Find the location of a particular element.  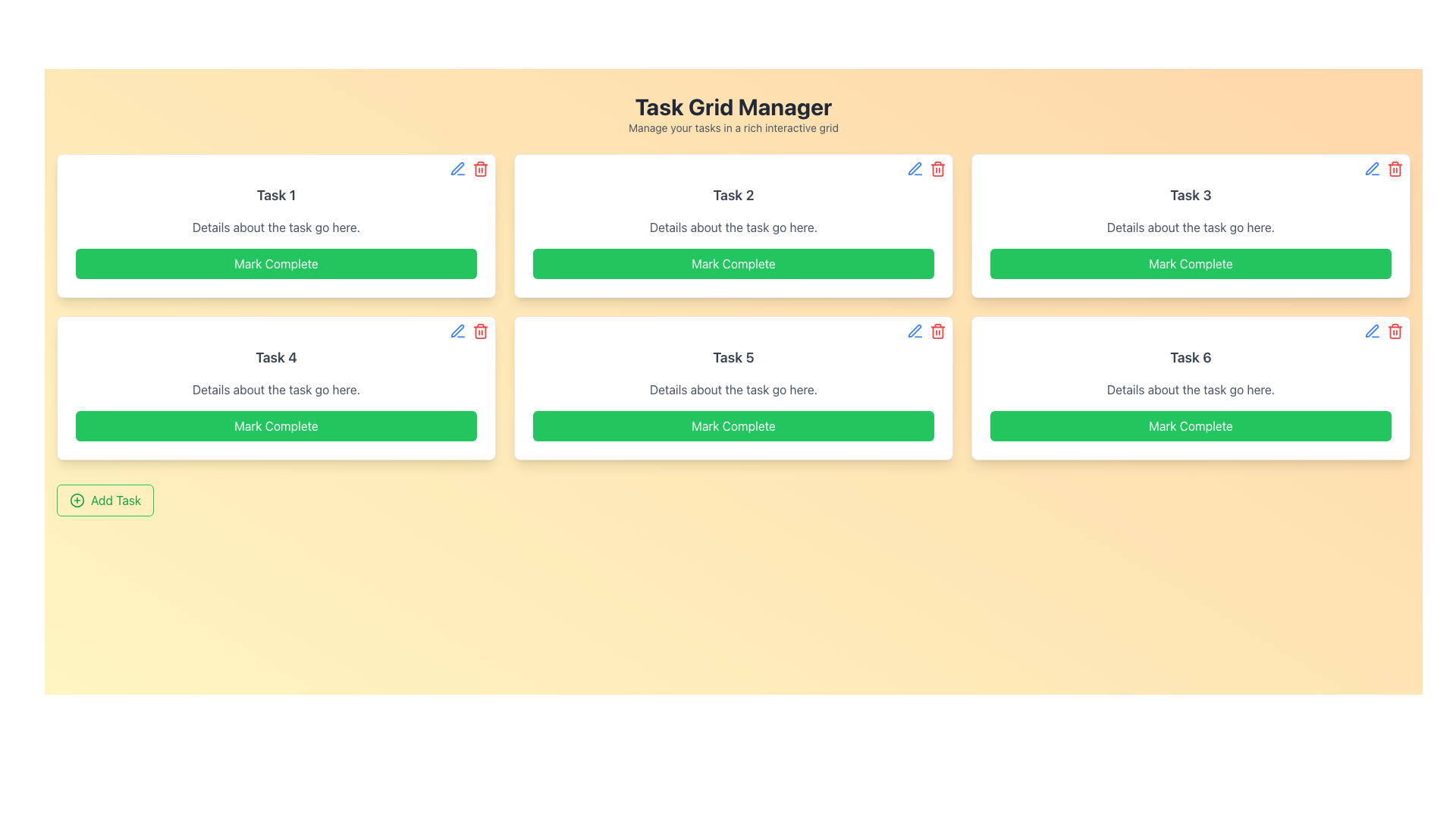

the pen-line part of the edit icon located at the top-right corner of Task 4 is located at coordinates (457, 330).